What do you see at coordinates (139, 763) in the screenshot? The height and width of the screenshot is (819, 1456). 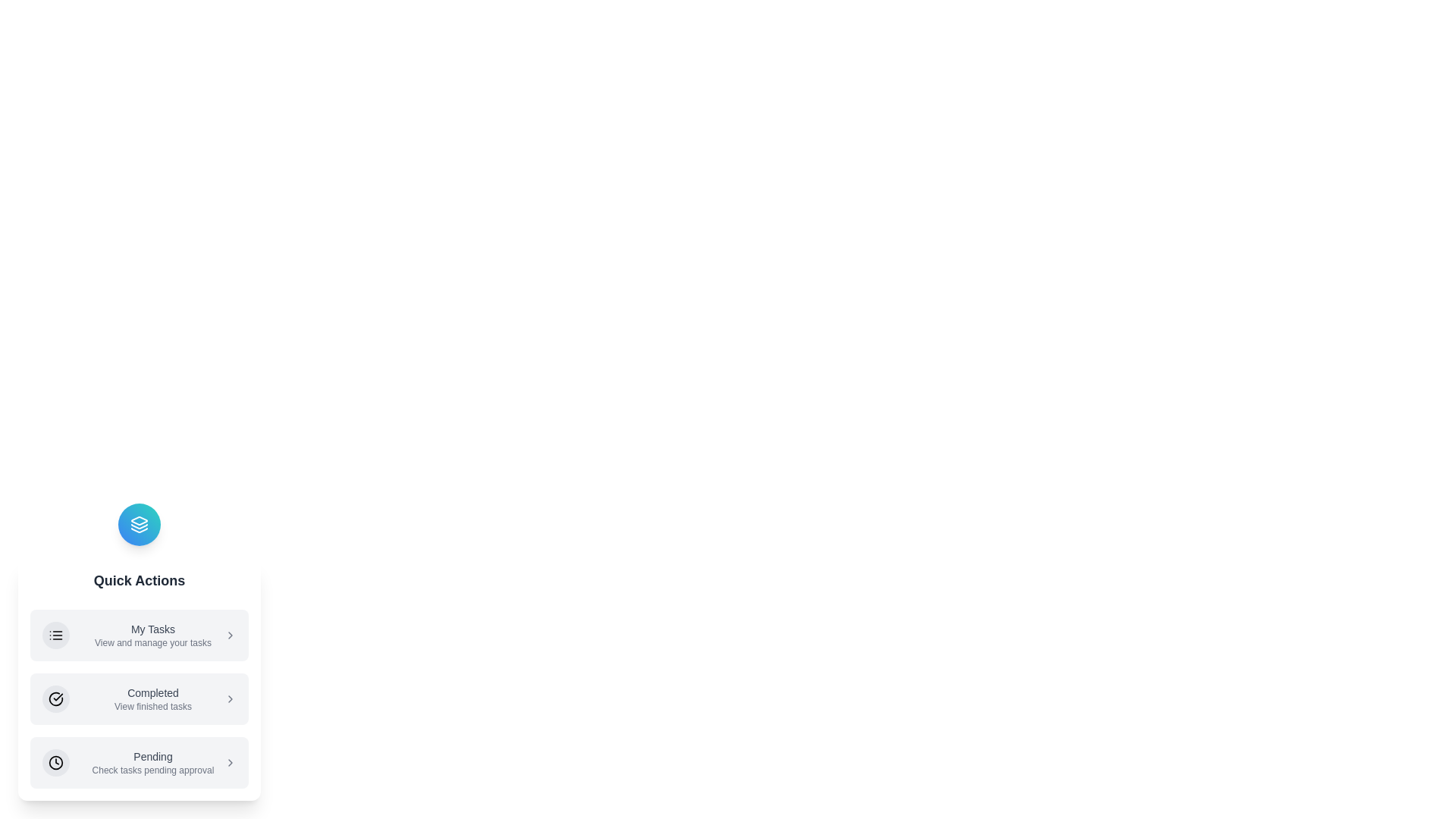 I see `the menu item labeled Pending` at bounding box center [139, 763].